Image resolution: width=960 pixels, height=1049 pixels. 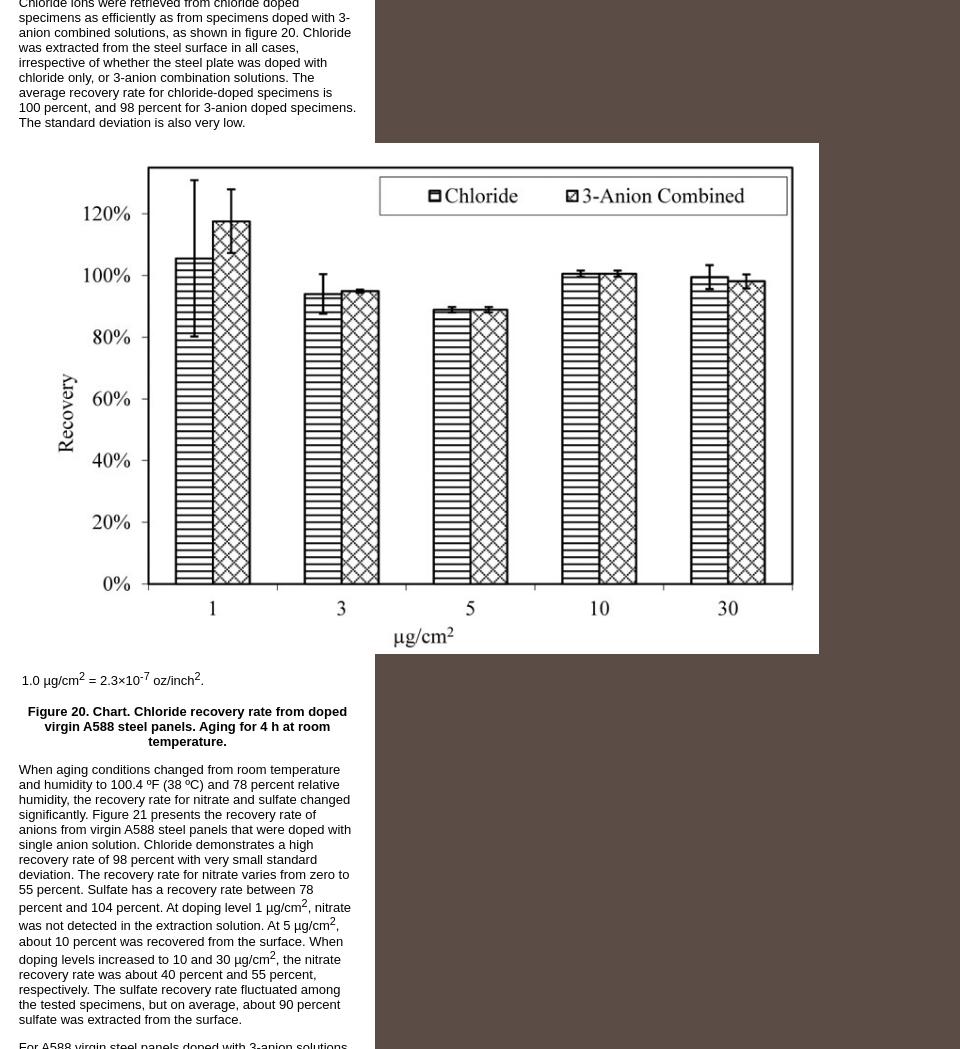 What do you see at coordinates (16, 988) in the screenshot?
I see `', the nitrate recovery rate was about 40 percent and 55 percent, respectively. The sulfate recovery rate fluctuated among the tested specimens, but on average, about 90 percent sulfate was extracted from the surface.'` at bounding box center [16, 988].